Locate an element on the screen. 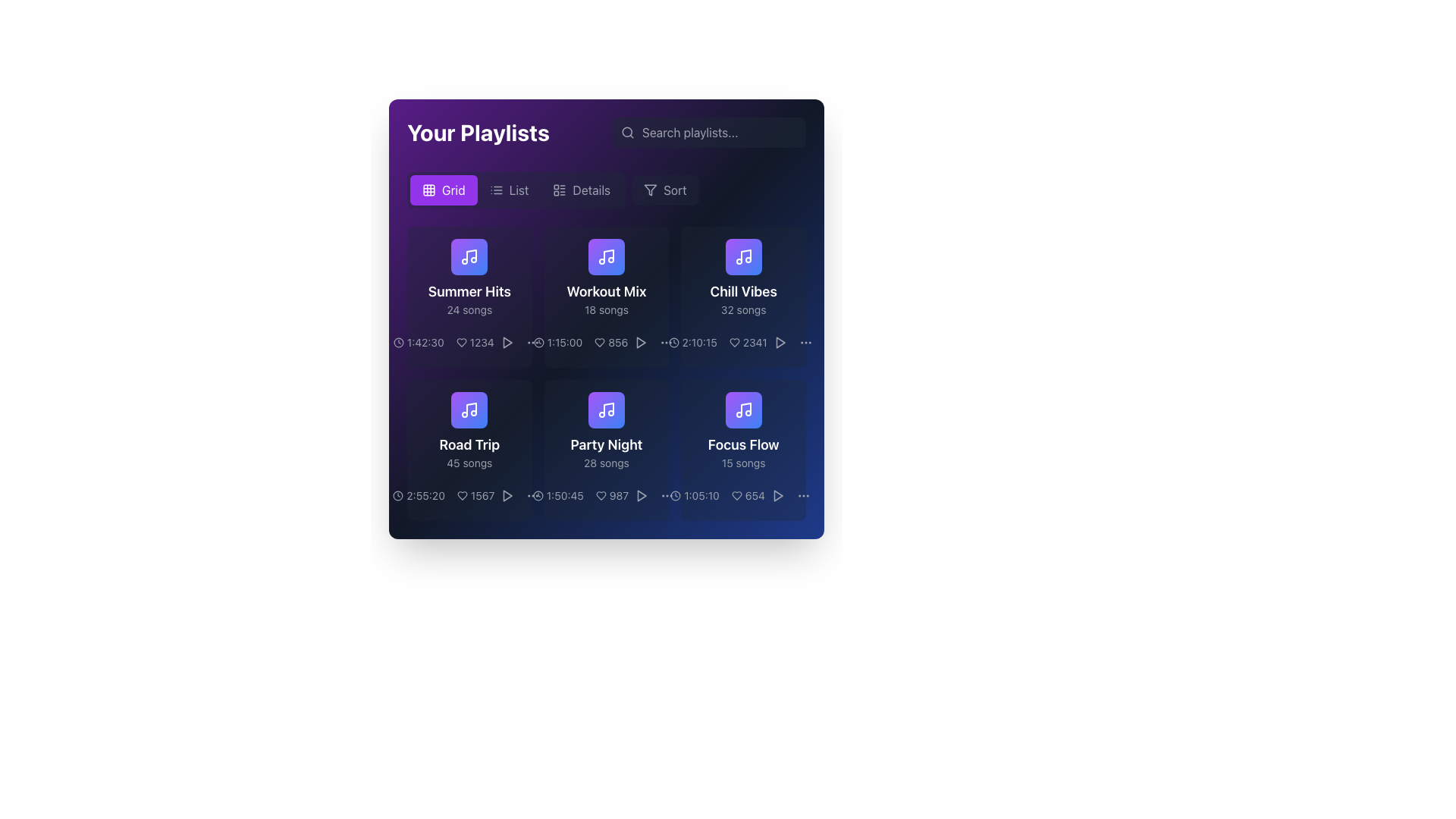 The height and width of the screenshot is (819, 1456). the text label displaying '32 songs' located below the title 'Chill Vibes' in the 'Your Playlists' section is located at coordinates (743, 309).